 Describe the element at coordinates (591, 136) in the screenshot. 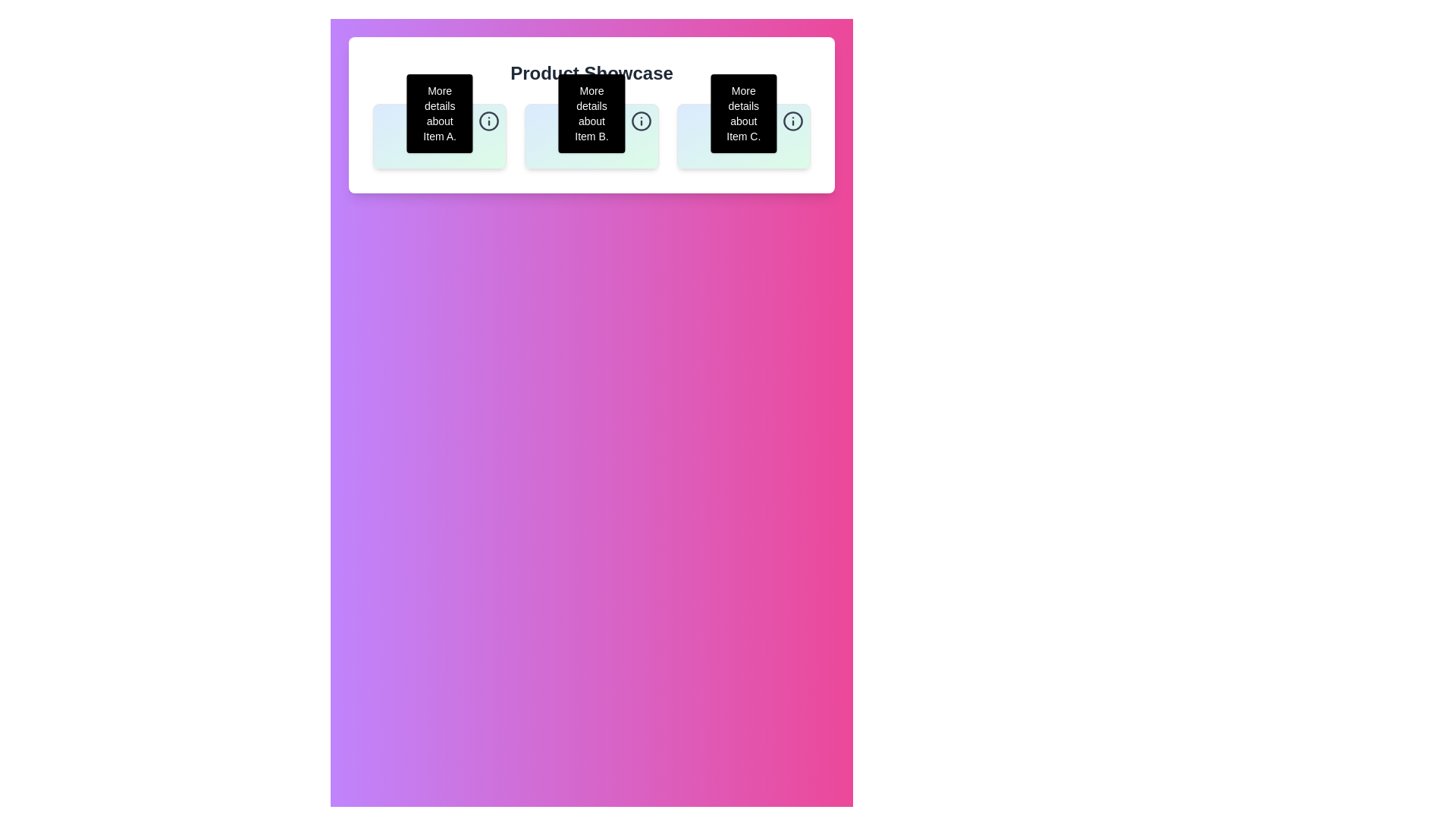

I see `the rectangular card with a gradient background labeled 'Item B', which is the second card in a row of three cards displayed horizontally` at that location.